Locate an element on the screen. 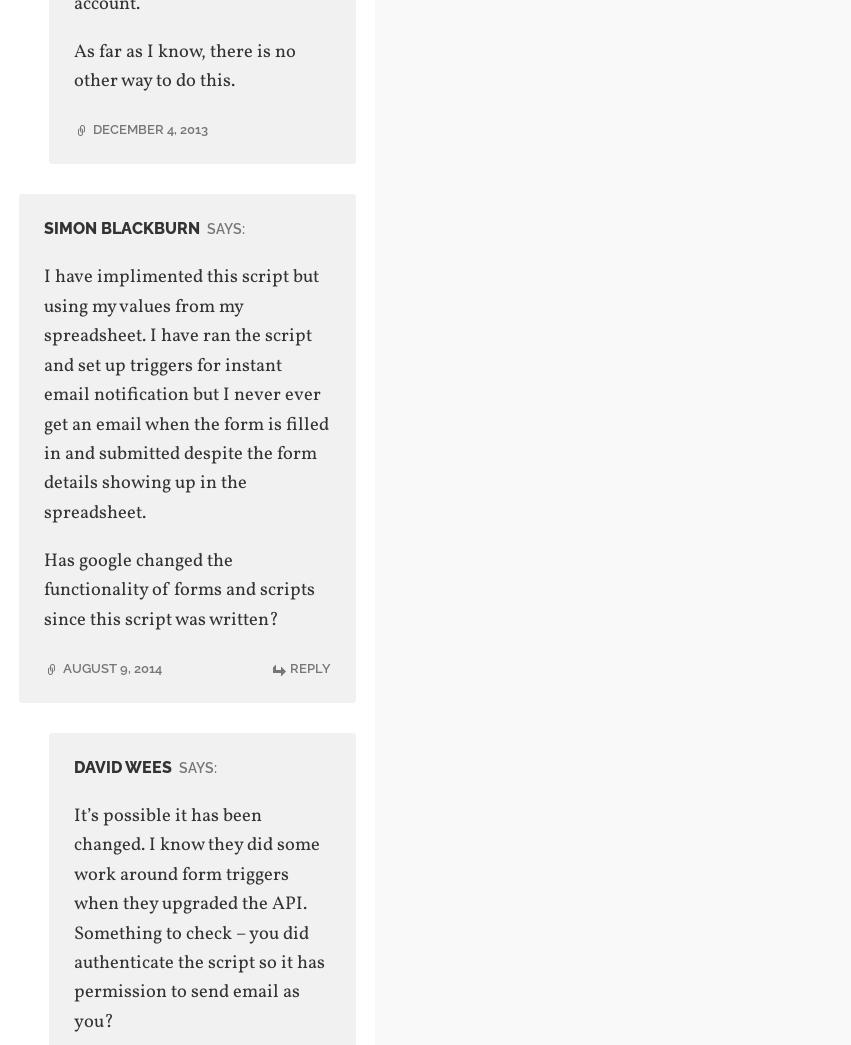  'Simon Blackburn' is located at coordinates (42, 228).